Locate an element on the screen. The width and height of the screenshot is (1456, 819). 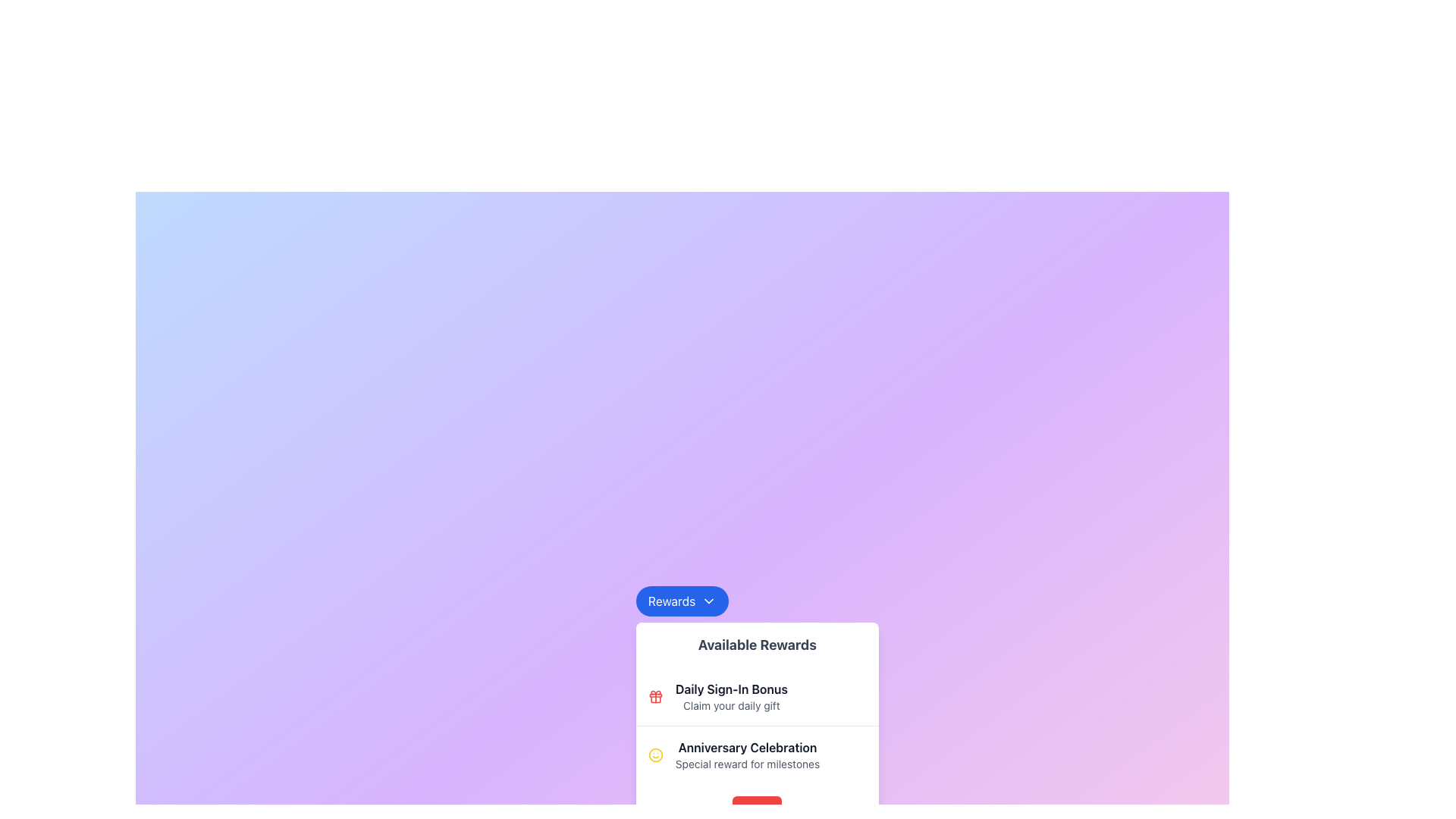
the button that toggles the visibility of additional options or a dropdown menu related to rewards for keyboard navigation is located at coordinates (682, 601).